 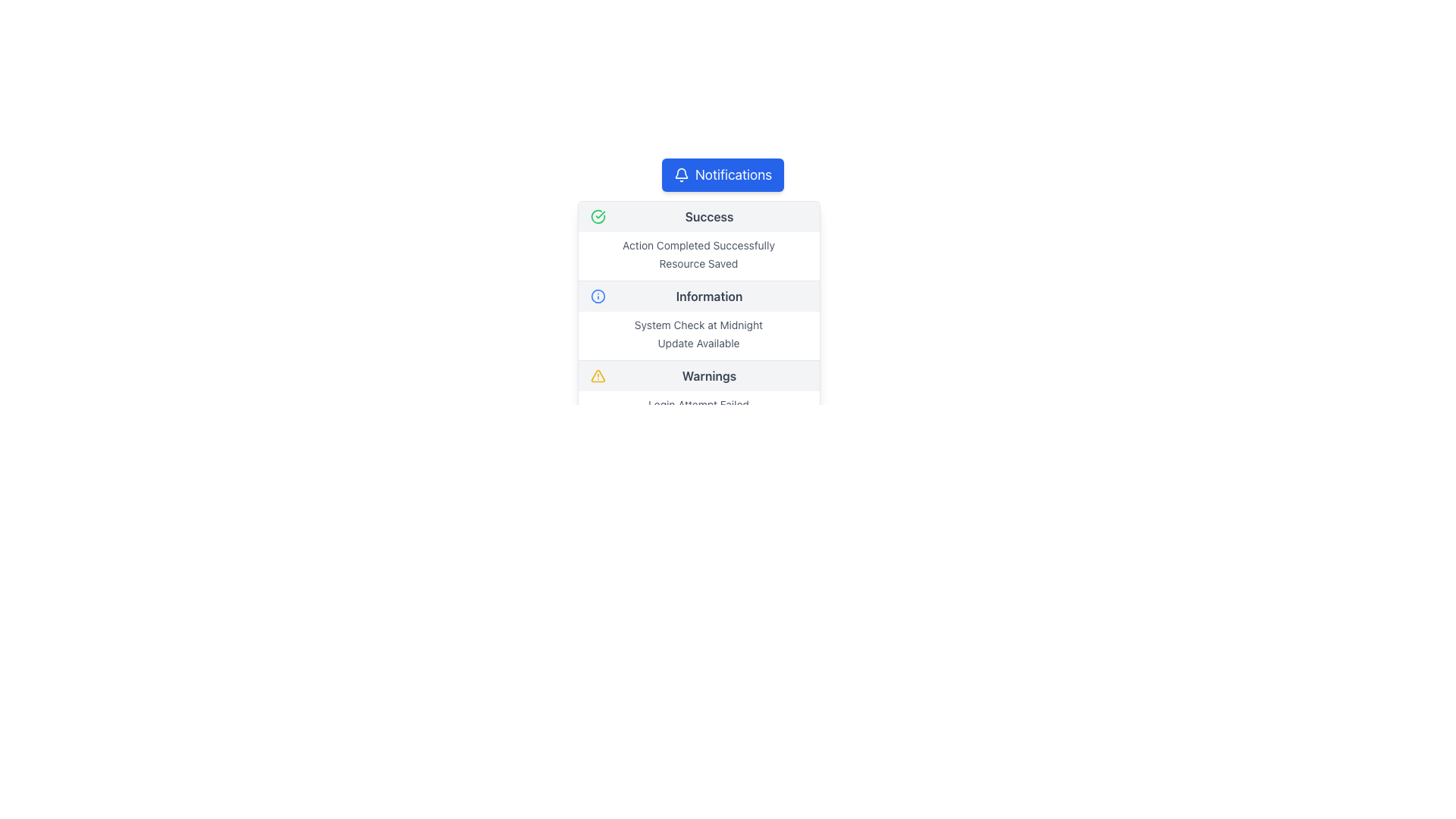 What do you see at coordinates (698, 245) in the screenshot?
I see `the text label that displays 'Action Completed Successfully' in a gray font within the notifications section` at bounding box center [698, 245].